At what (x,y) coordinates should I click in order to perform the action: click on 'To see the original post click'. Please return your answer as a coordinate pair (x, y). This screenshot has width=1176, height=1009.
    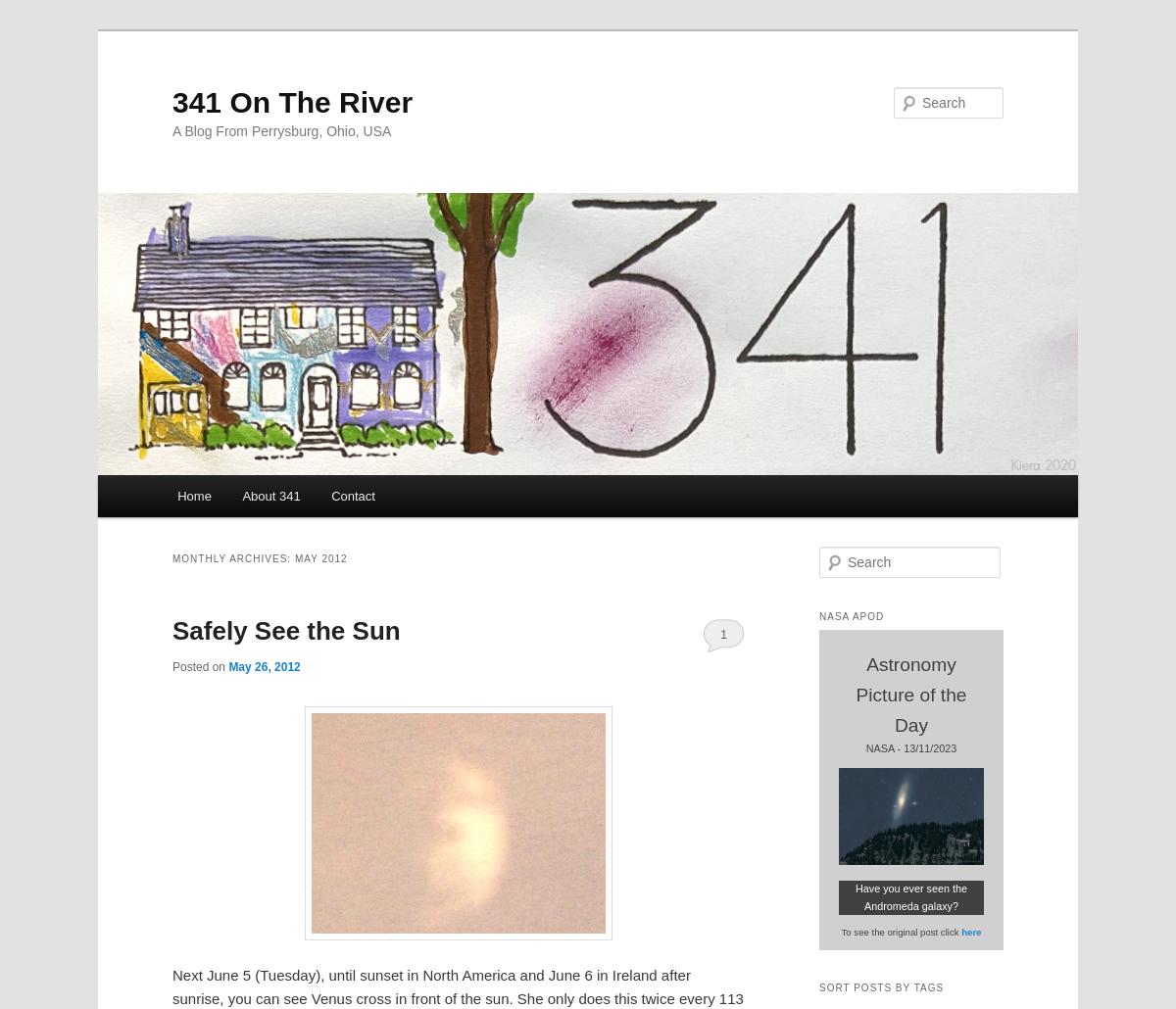
    Looking at the image, I should click on (901, 931).